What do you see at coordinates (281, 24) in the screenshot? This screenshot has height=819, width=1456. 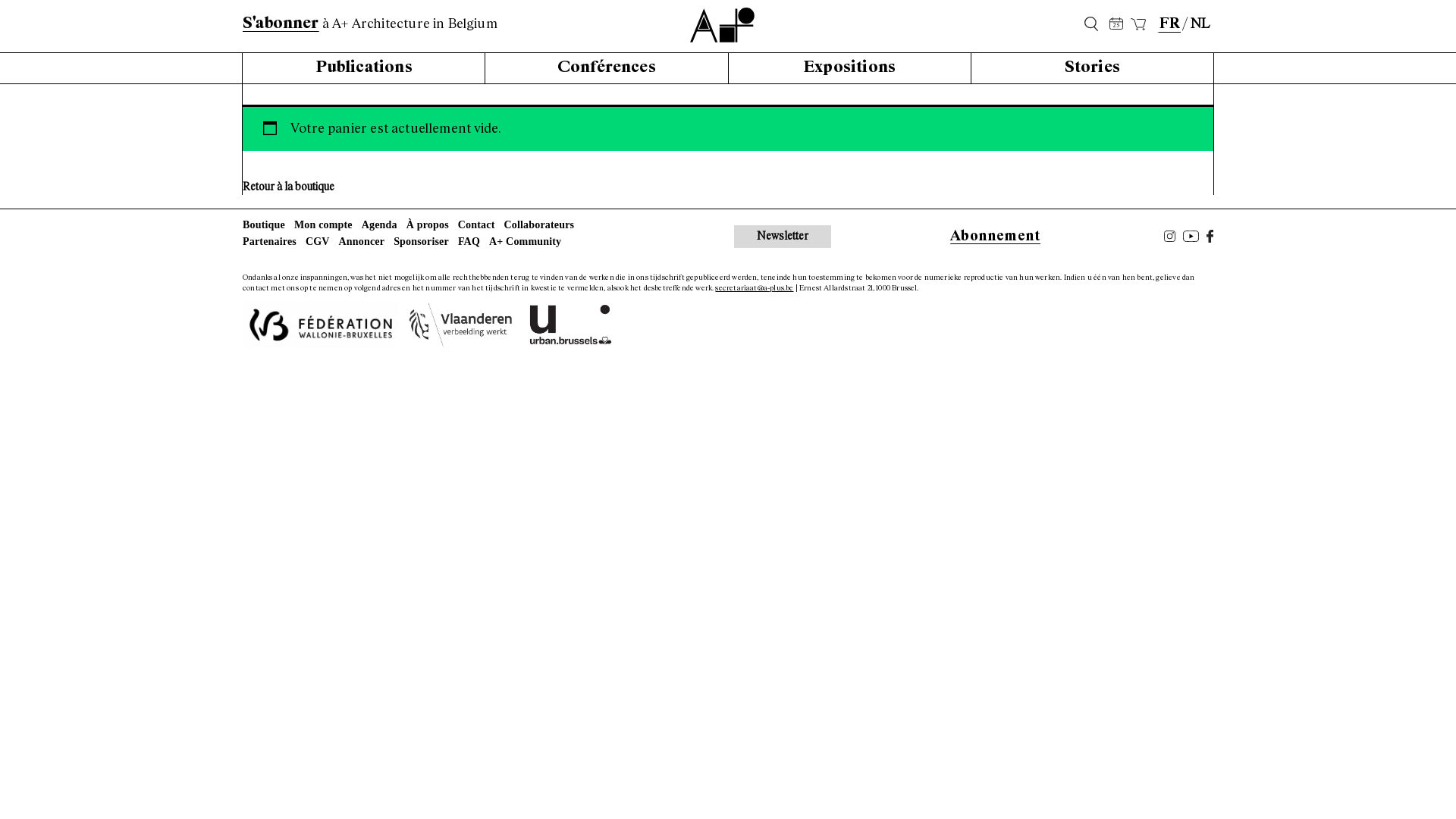 I see `'S'abonner'` at bounding box center [281, 24].